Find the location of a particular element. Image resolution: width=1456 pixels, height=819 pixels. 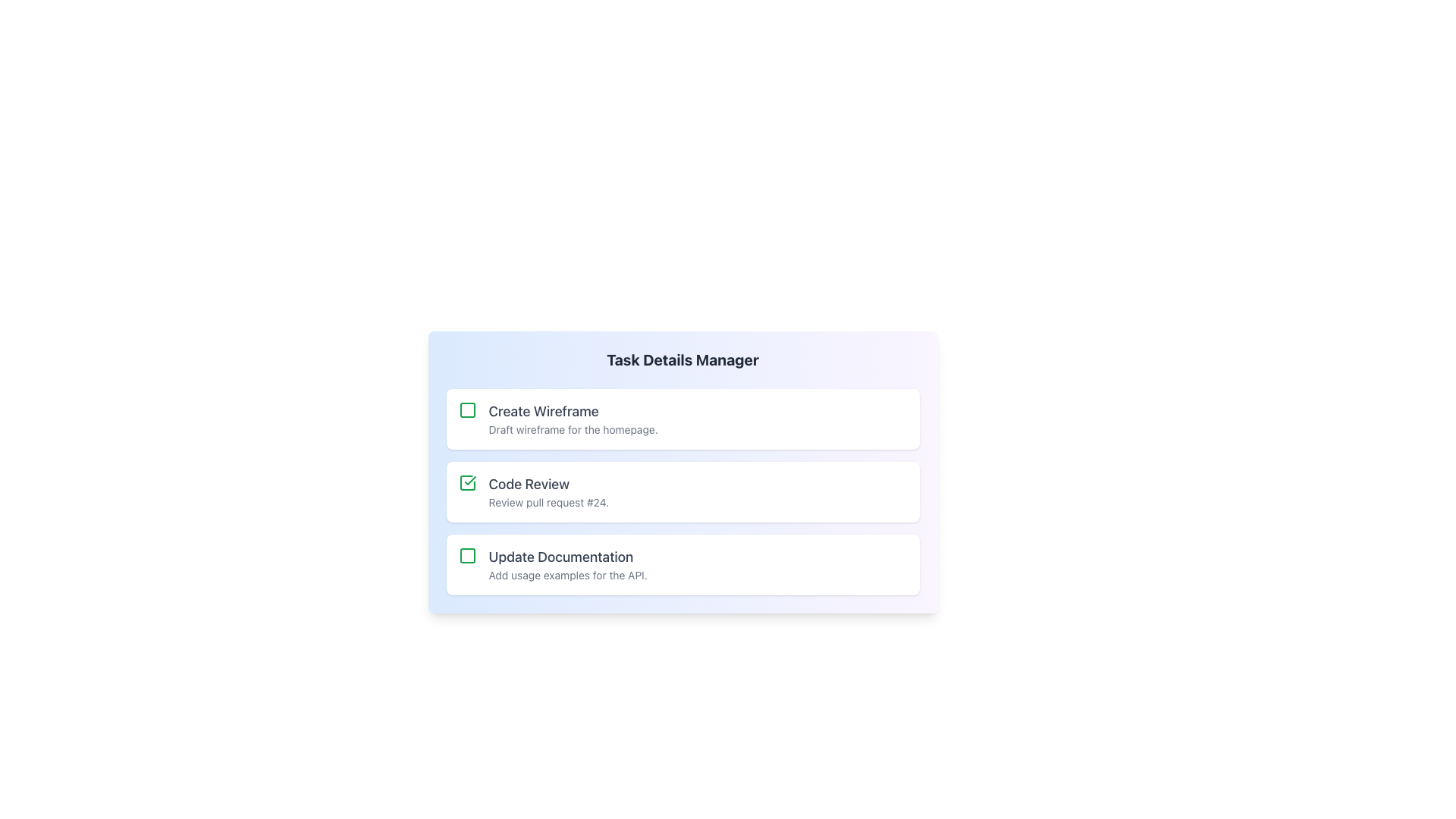

the text block that displays the task related to the creation of a wireframe, located to the right of a green checkbox within a white background card is located at coordinates (573, 419).